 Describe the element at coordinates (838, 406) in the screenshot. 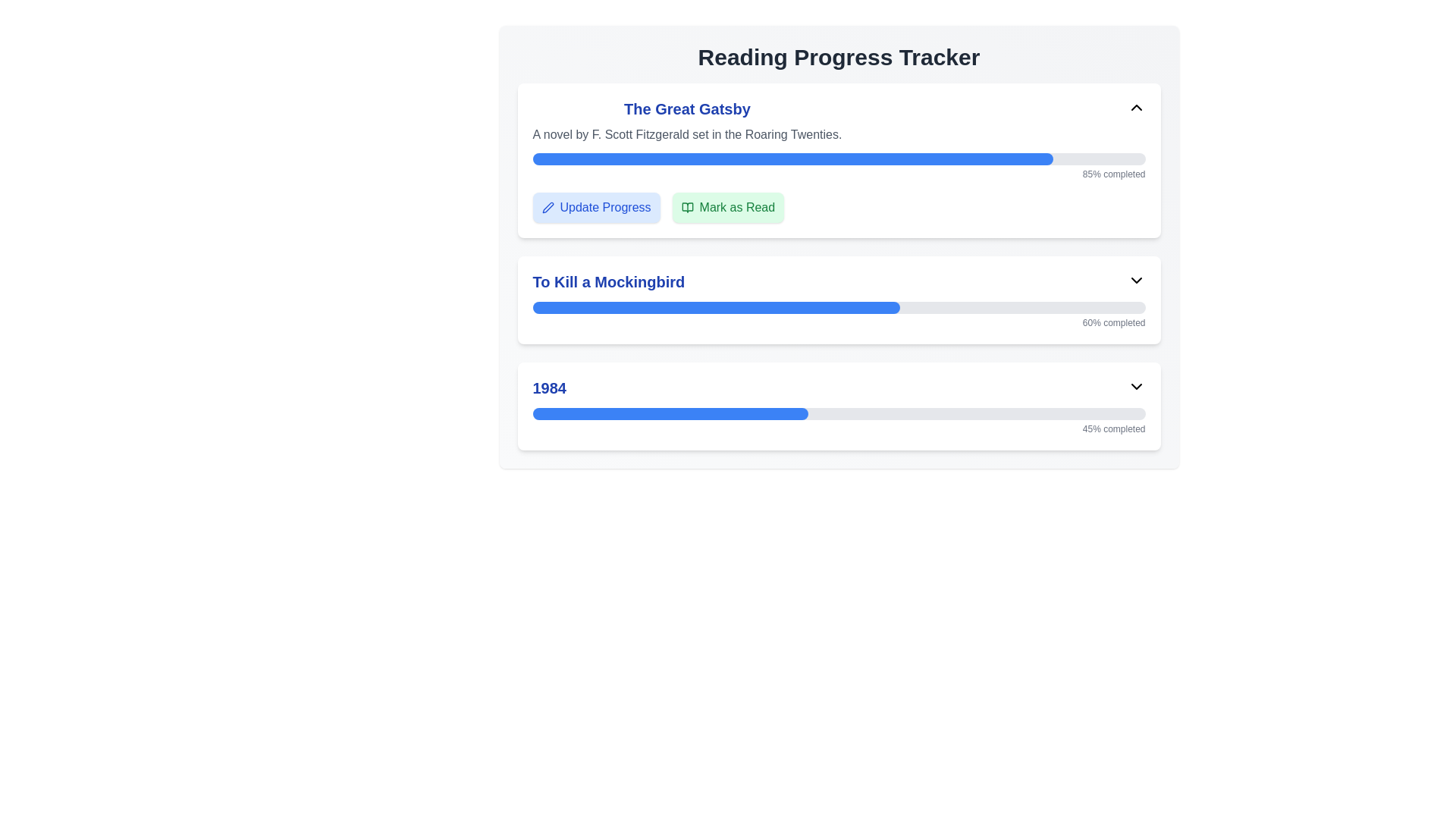

I see `the card containing the text '1984' and a progress bar representing 45% completion, located in the 'Reading Progress Tracker' section` at that location.